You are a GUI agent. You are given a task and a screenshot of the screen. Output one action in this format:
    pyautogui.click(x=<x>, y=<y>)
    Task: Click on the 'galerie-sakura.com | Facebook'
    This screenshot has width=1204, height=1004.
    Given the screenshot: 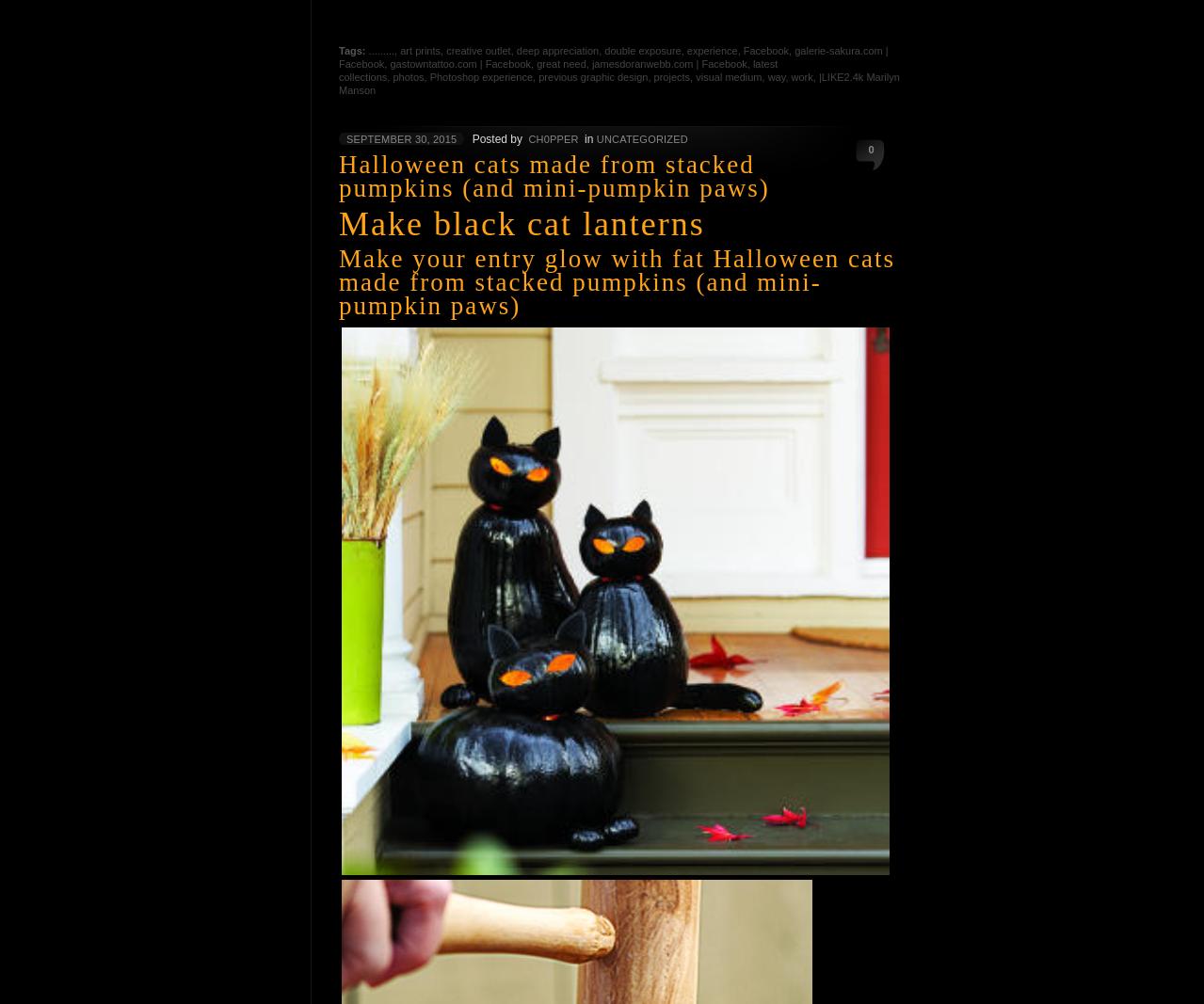 What is the action you would take?
    pyautogui.click(x=612, y=56)
    